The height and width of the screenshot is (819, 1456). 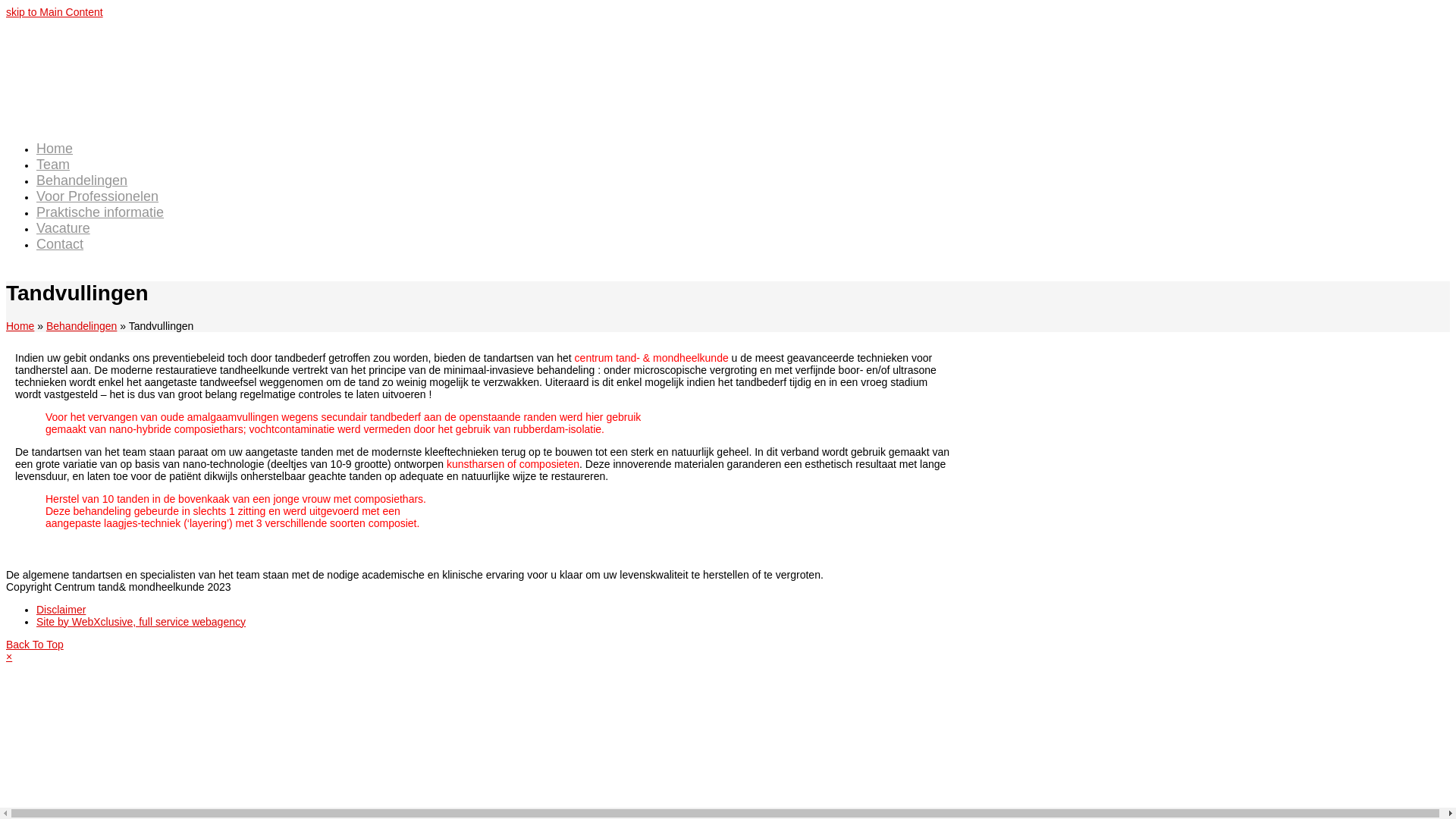 I want to click on 'Site by WebXclusive, full service webagency', so click(x=141, y=622).